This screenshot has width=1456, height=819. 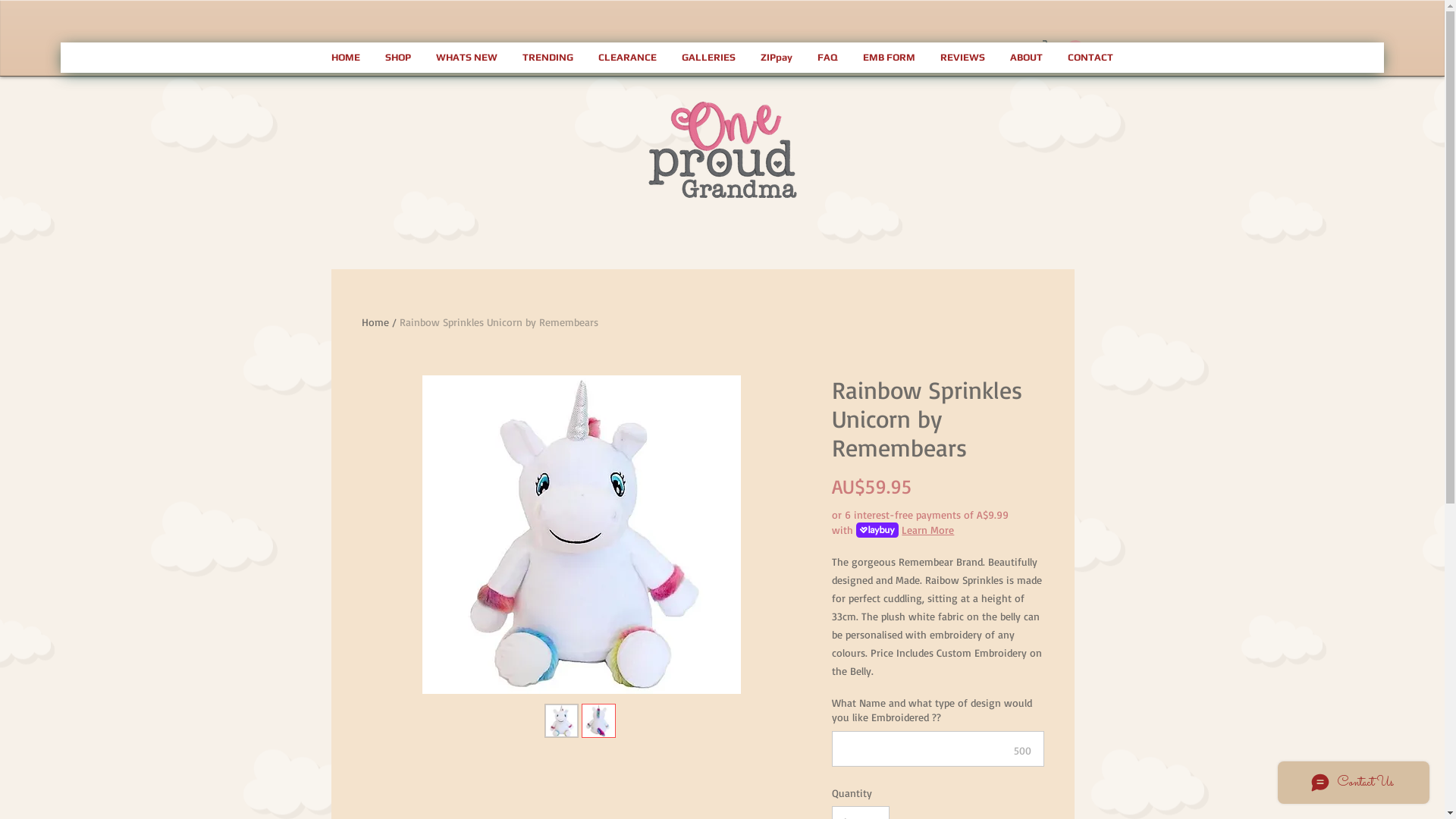 What do you see at coordinates (1062, 48) in the screenshot?
I see `'0'` at bounding box center [1062, 48].